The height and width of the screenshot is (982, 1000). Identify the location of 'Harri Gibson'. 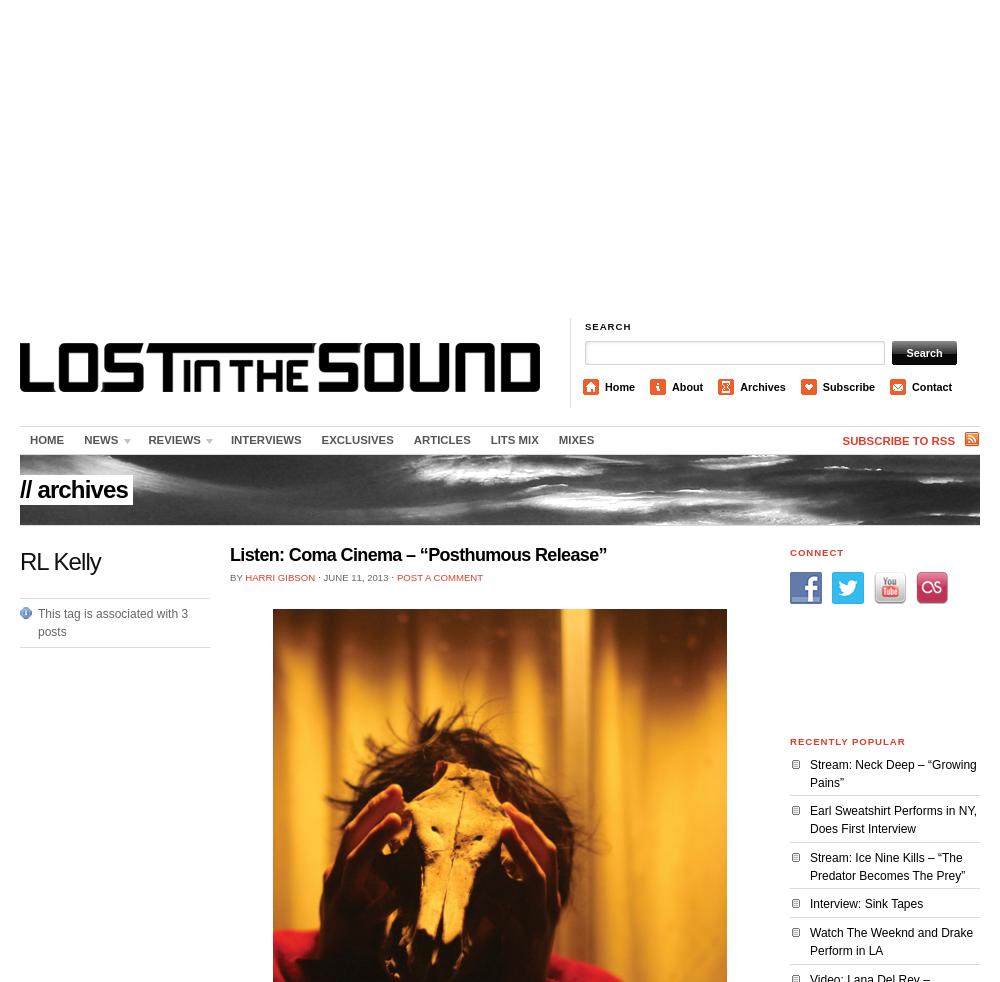
(280, 576).